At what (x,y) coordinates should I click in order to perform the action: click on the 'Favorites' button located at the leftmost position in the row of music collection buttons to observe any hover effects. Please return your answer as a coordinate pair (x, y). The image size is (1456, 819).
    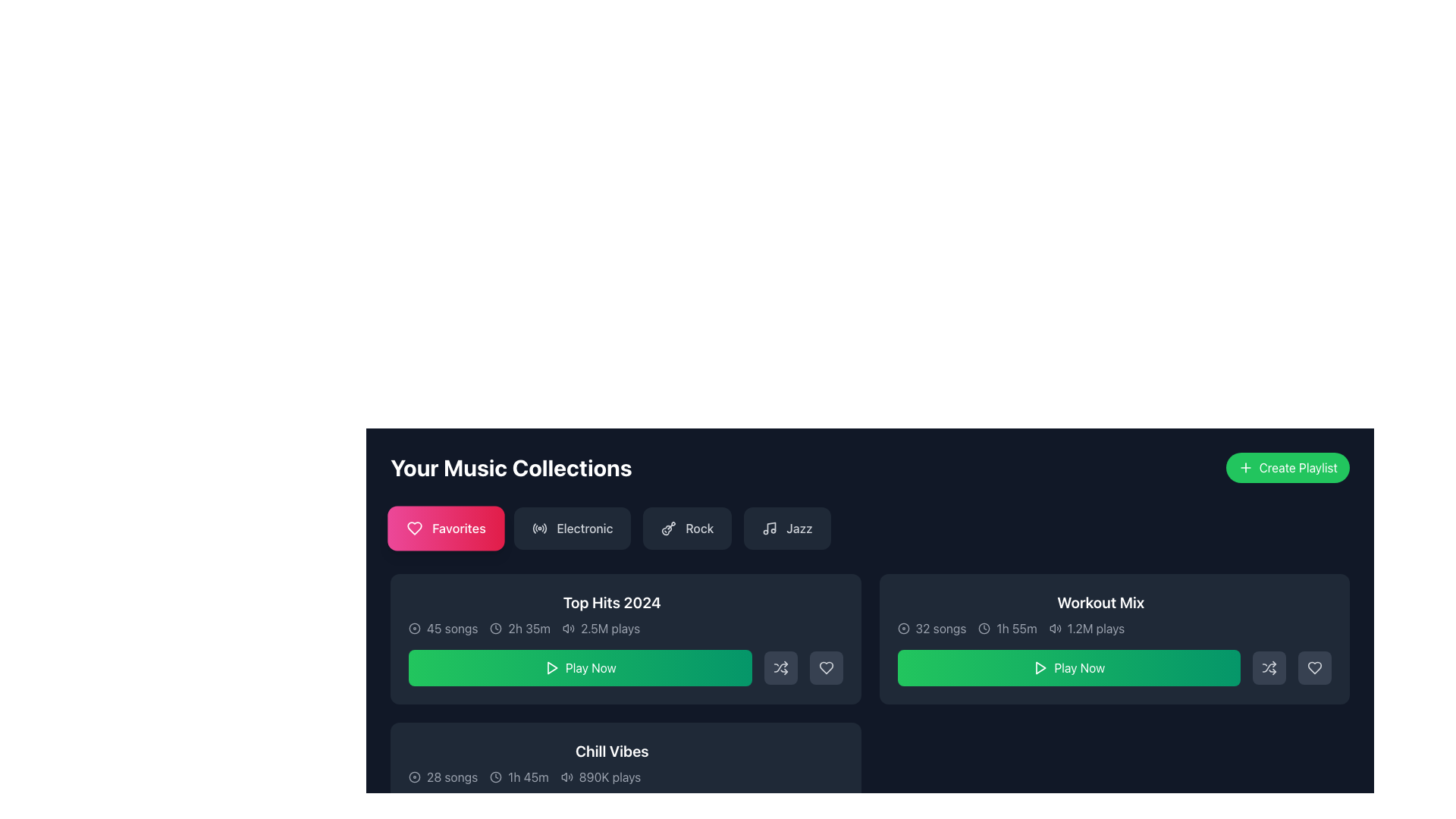
    Looking at the image, I should click on (445, 528).